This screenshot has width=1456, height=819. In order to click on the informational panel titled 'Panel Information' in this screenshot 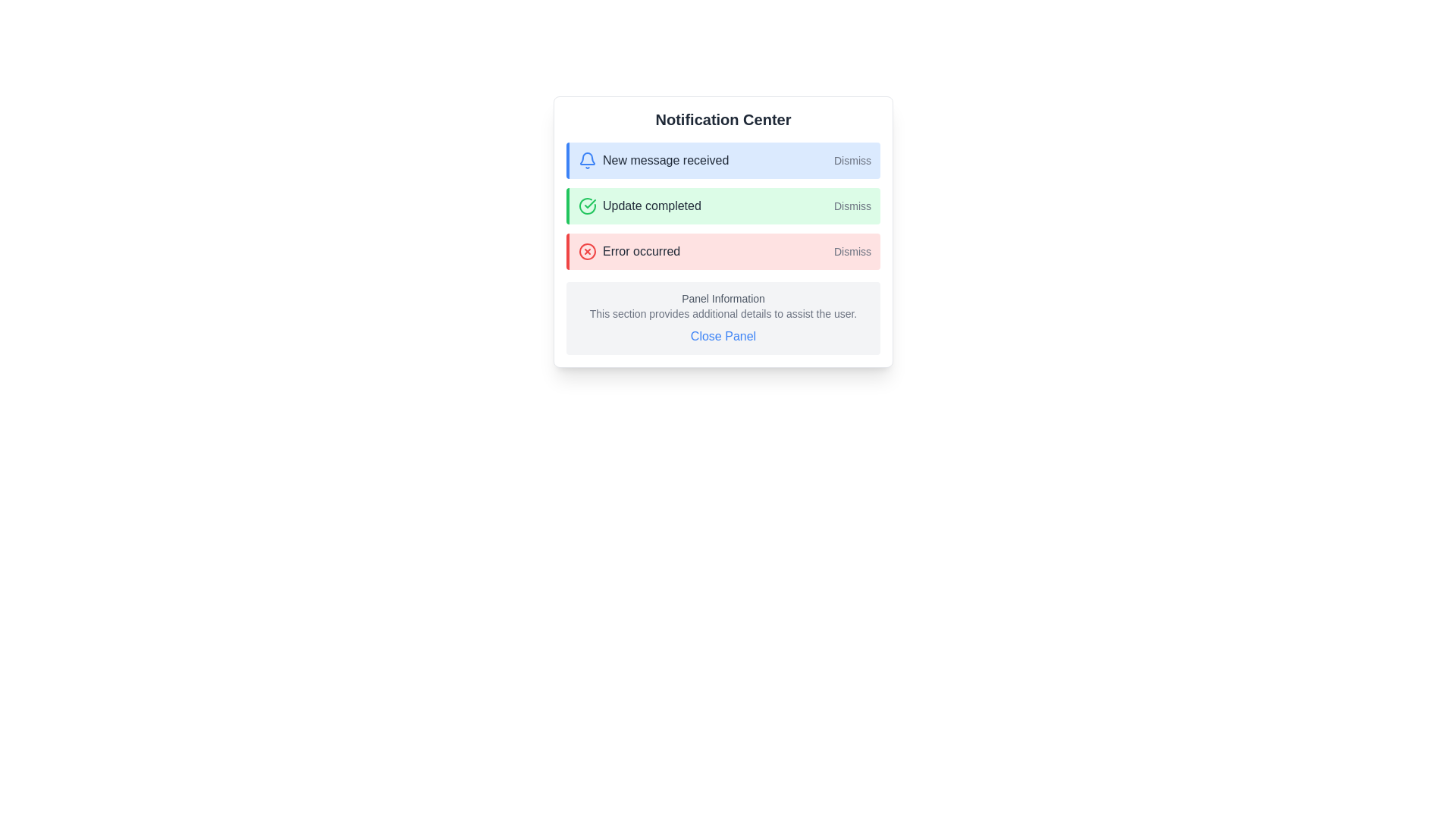, I will do `click(723, 318)`.